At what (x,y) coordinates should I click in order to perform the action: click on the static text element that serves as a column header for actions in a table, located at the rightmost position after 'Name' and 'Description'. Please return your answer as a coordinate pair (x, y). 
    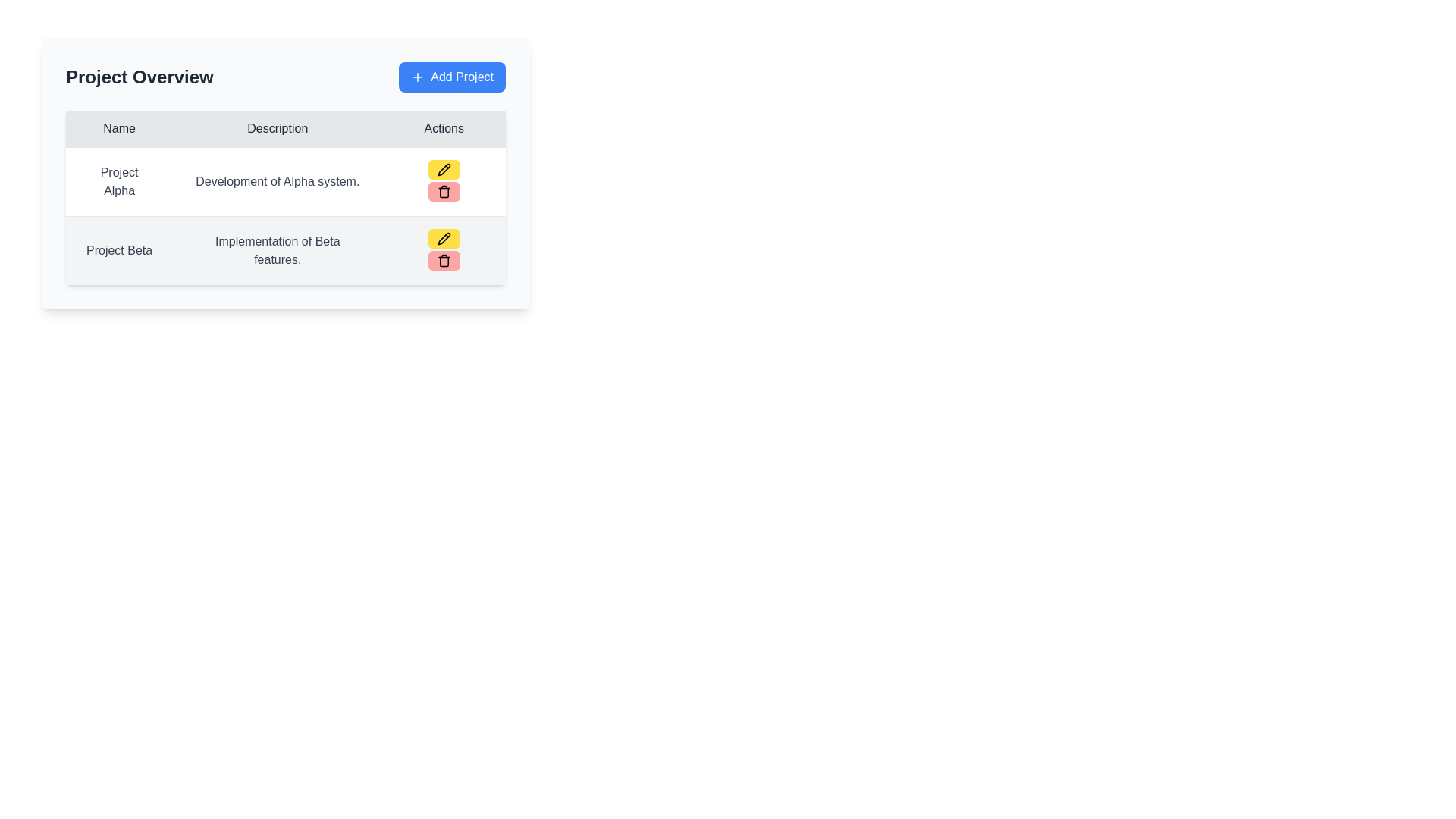
    Looking at the image, I should click on (443, 128).